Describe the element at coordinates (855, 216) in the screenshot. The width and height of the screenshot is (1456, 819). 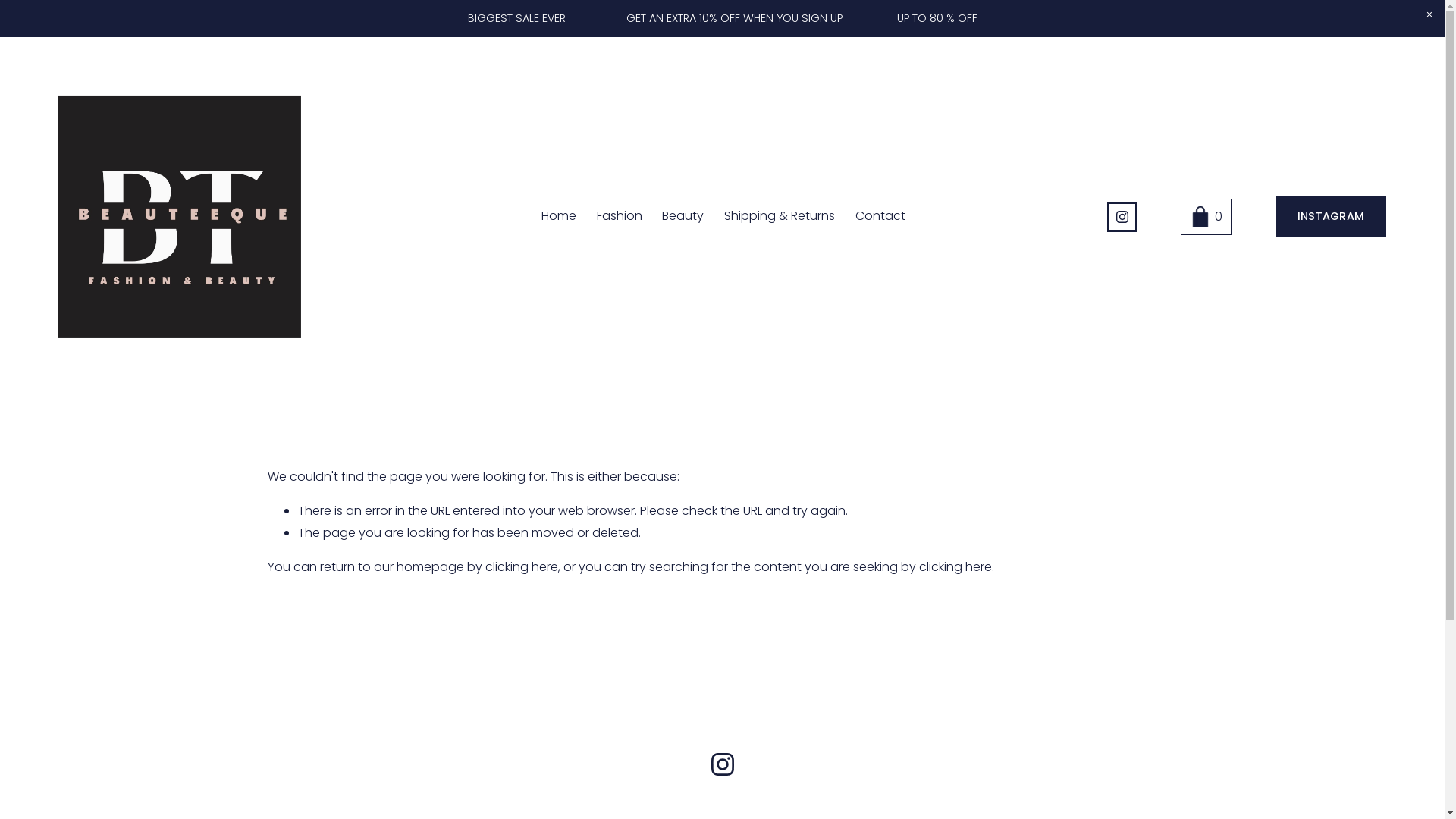
I see `'Contact'` at that location.